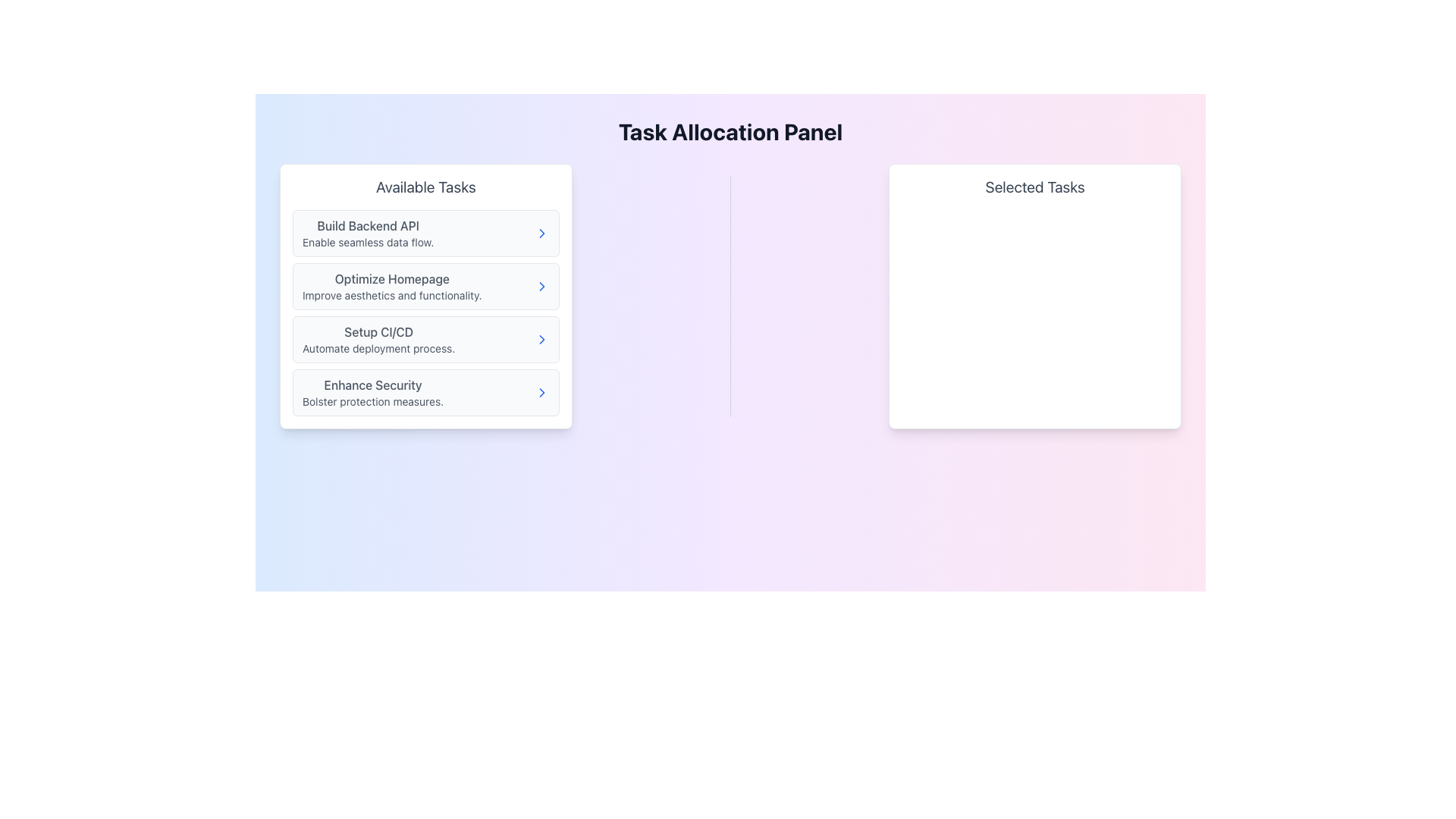  What do you see at coordinates (730, 296) in the screenshot?
I see `the vertical gray Divider that separates the 'Available Tasks' and 'Selected Tasks' panels, located centrally between them` at bounding box center [730, 296].